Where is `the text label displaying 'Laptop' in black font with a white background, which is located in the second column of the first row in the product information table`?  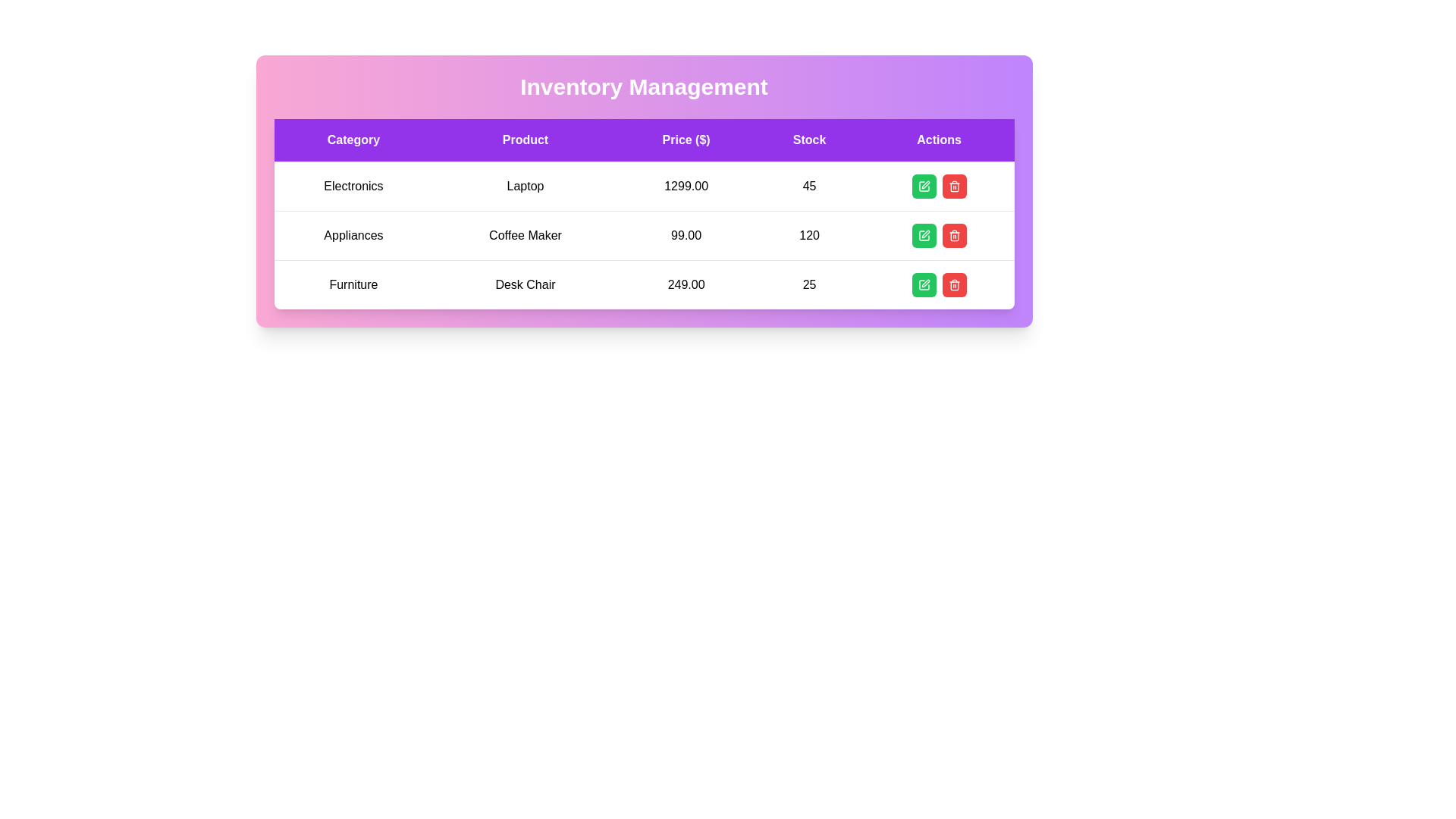
the text label displaying 'Laptop' in black font with a white background, which is located in the second column of the first row in the product information table is located at coordinates (525, 186).